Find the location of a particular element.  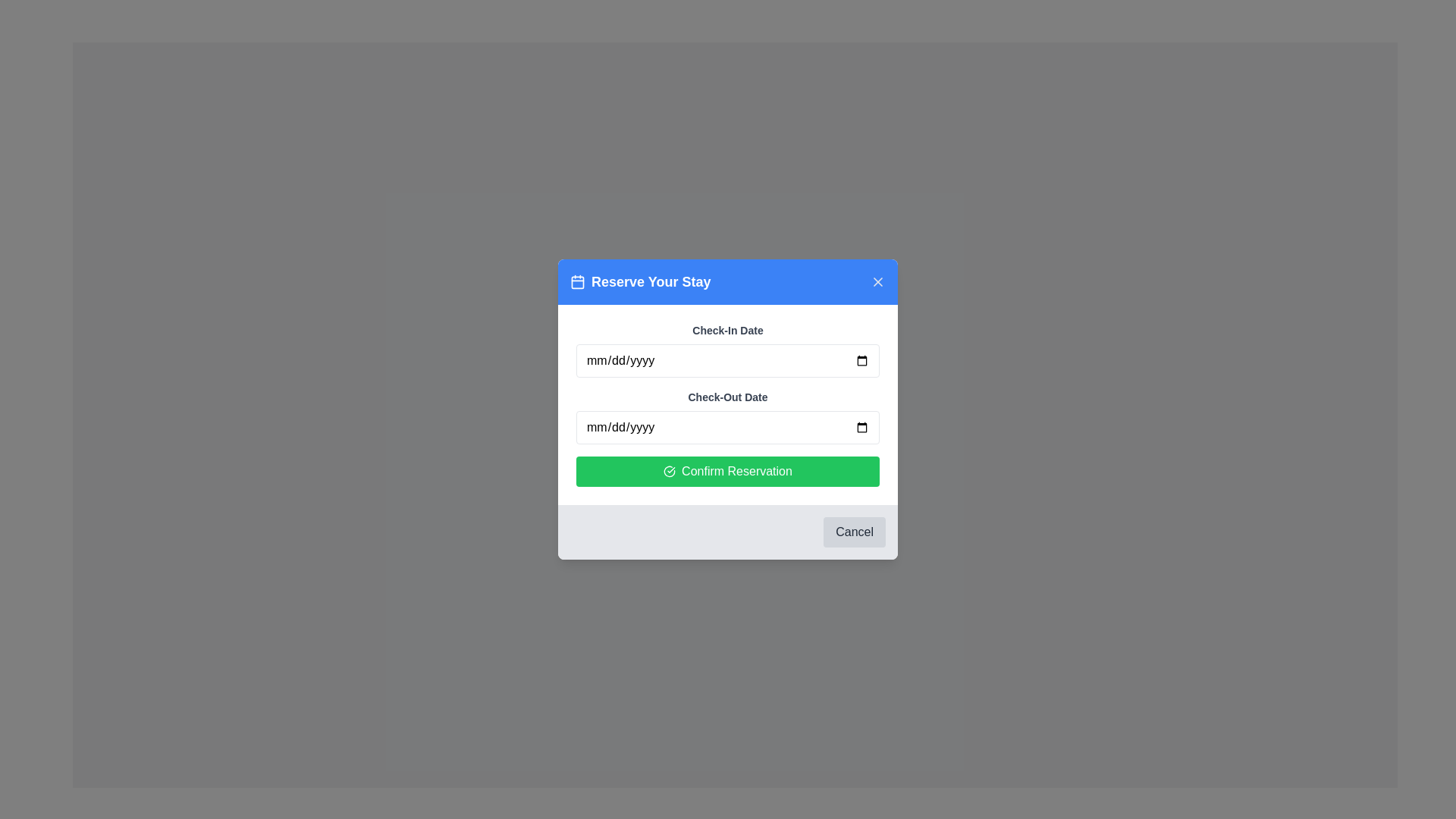

the text input fields labeled 'Check-In Date' and 'Check-Out Date' in the dialog box with rounded corners and a white background to set the dates is located at coordinates (728, 409).